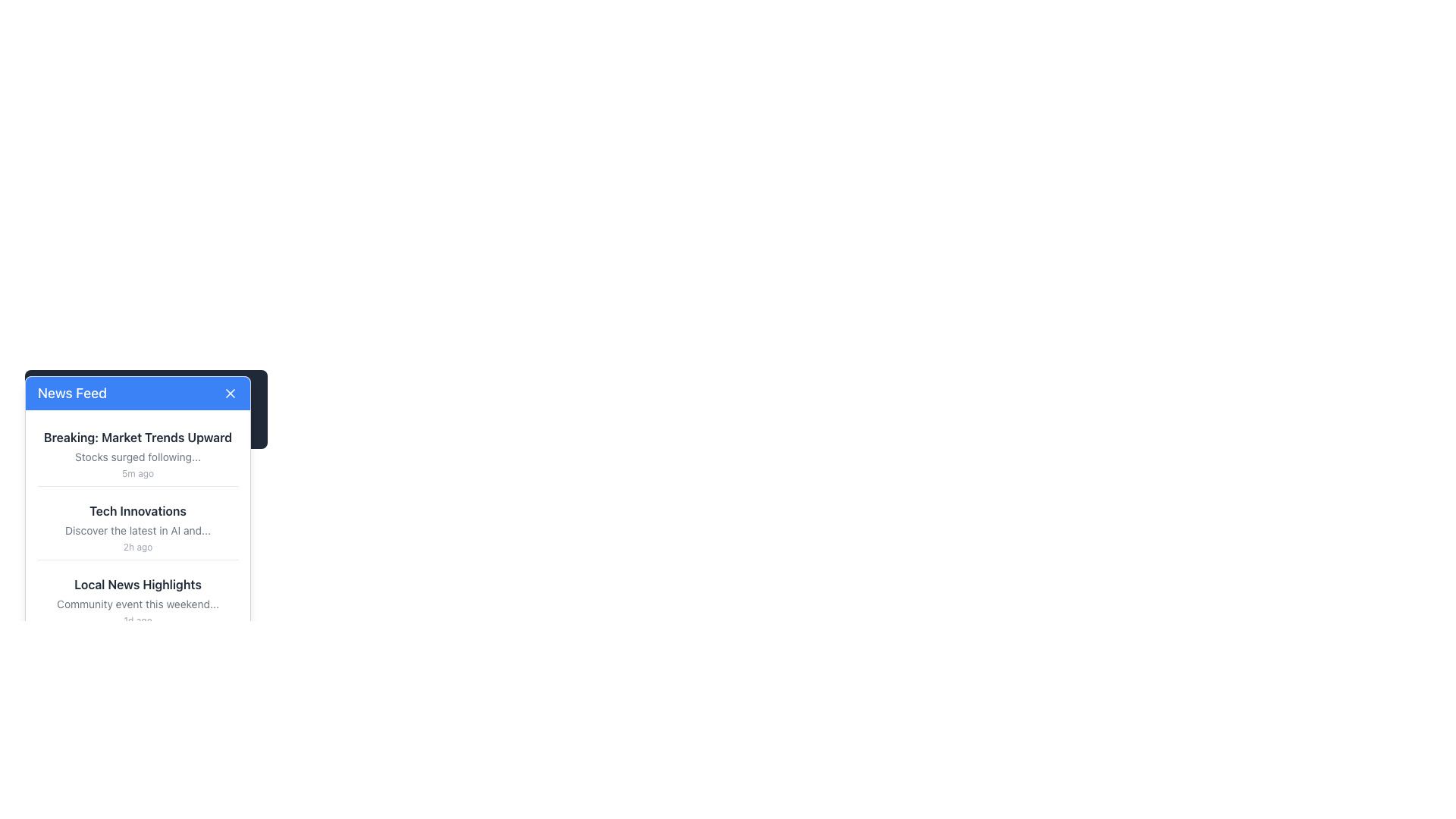  Describe the element at coordinates (138, 601) in the screenshot. I see `the title of the third news item in the News Feed` at that location.